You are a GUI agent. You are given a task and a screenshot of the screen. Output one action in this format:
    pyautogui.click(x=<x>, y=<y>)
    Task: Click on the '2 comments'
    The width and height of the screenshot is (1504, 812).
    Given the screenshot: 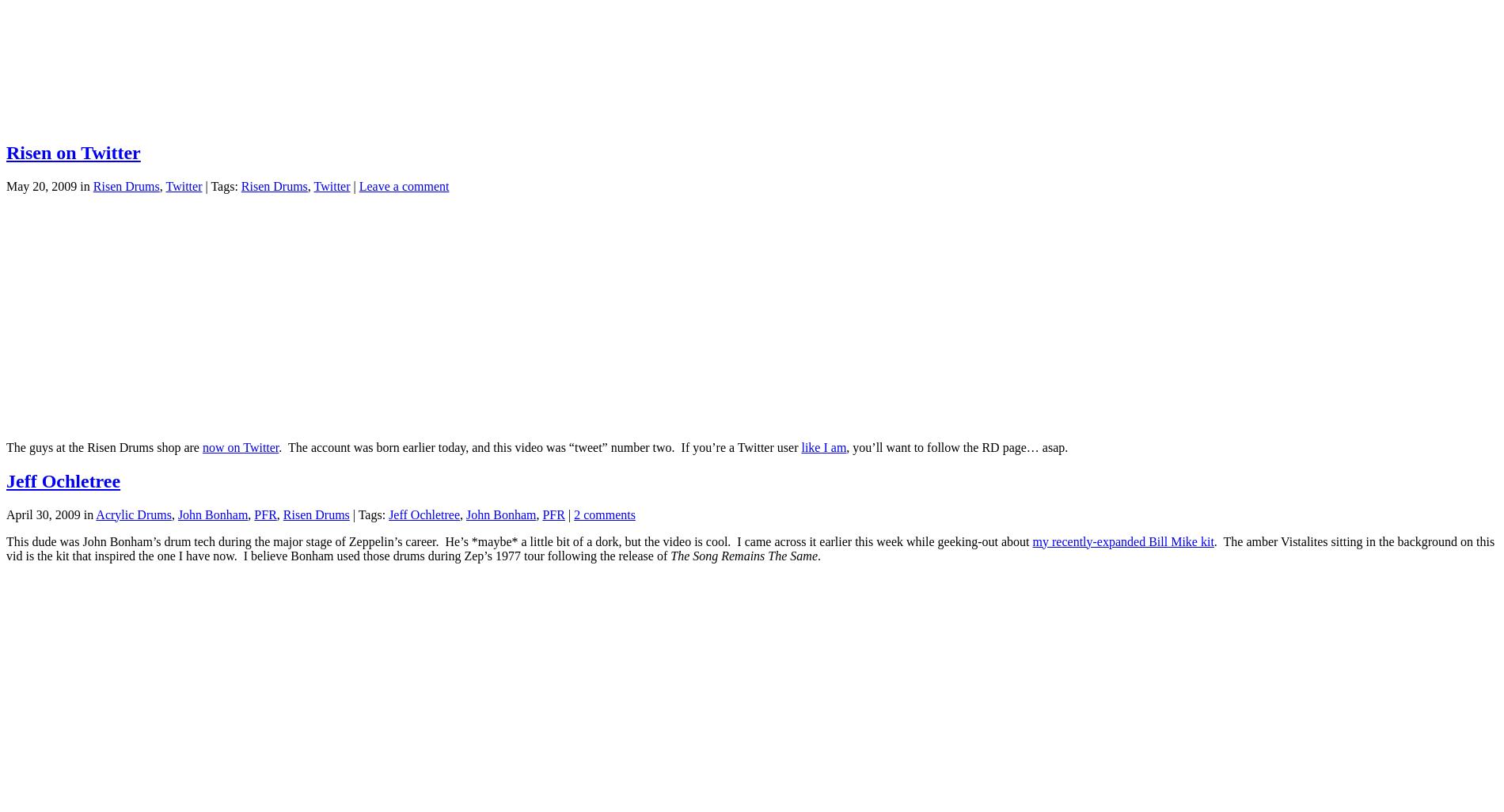 What is the action you would take?
    pyautogui.click(x=603, y=514)
    